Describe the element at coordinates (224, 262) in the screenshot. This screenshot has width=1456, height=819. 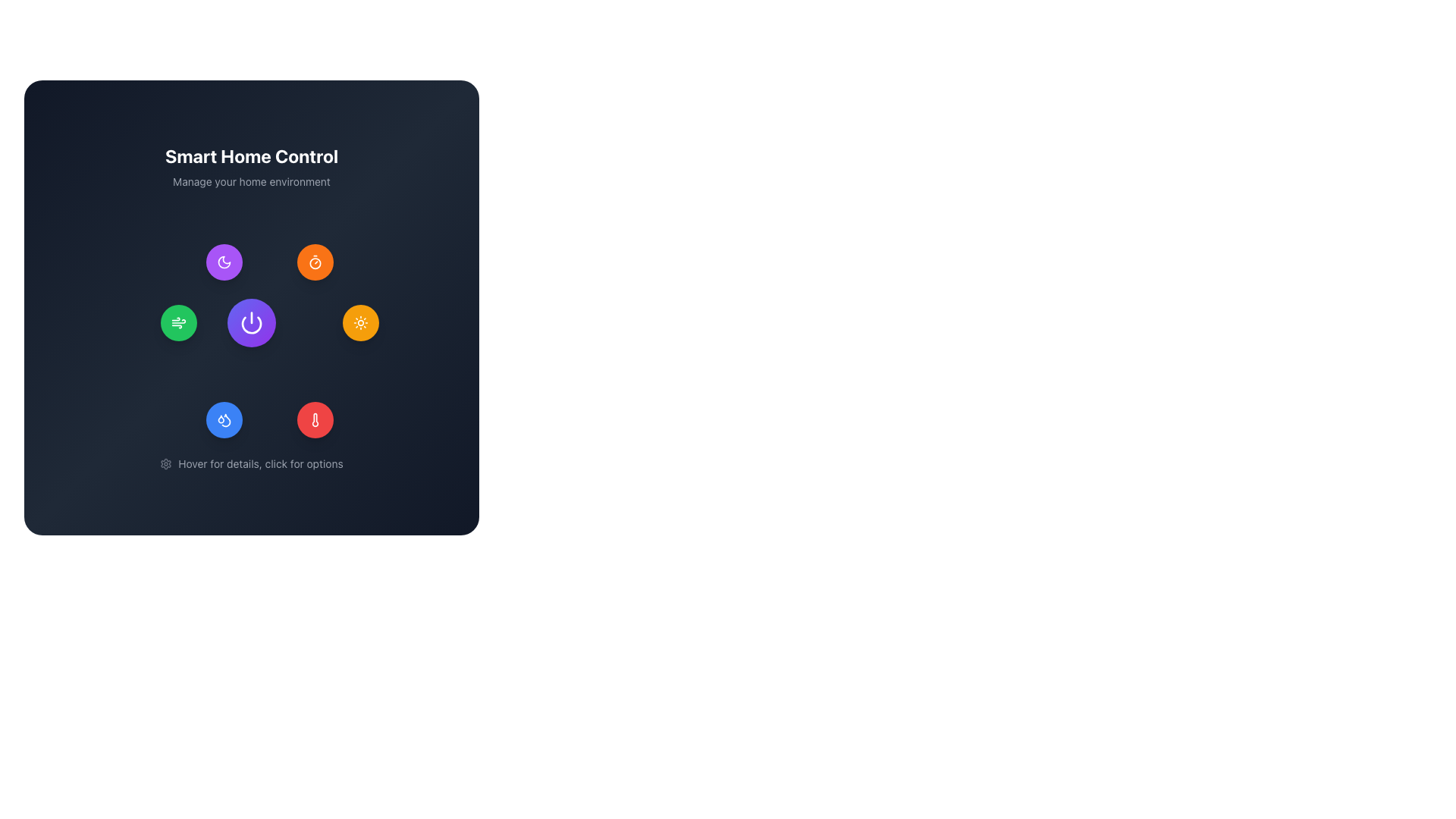
I see `the circular night mode button with a purple background and a white moon-shaped icon` at that location.